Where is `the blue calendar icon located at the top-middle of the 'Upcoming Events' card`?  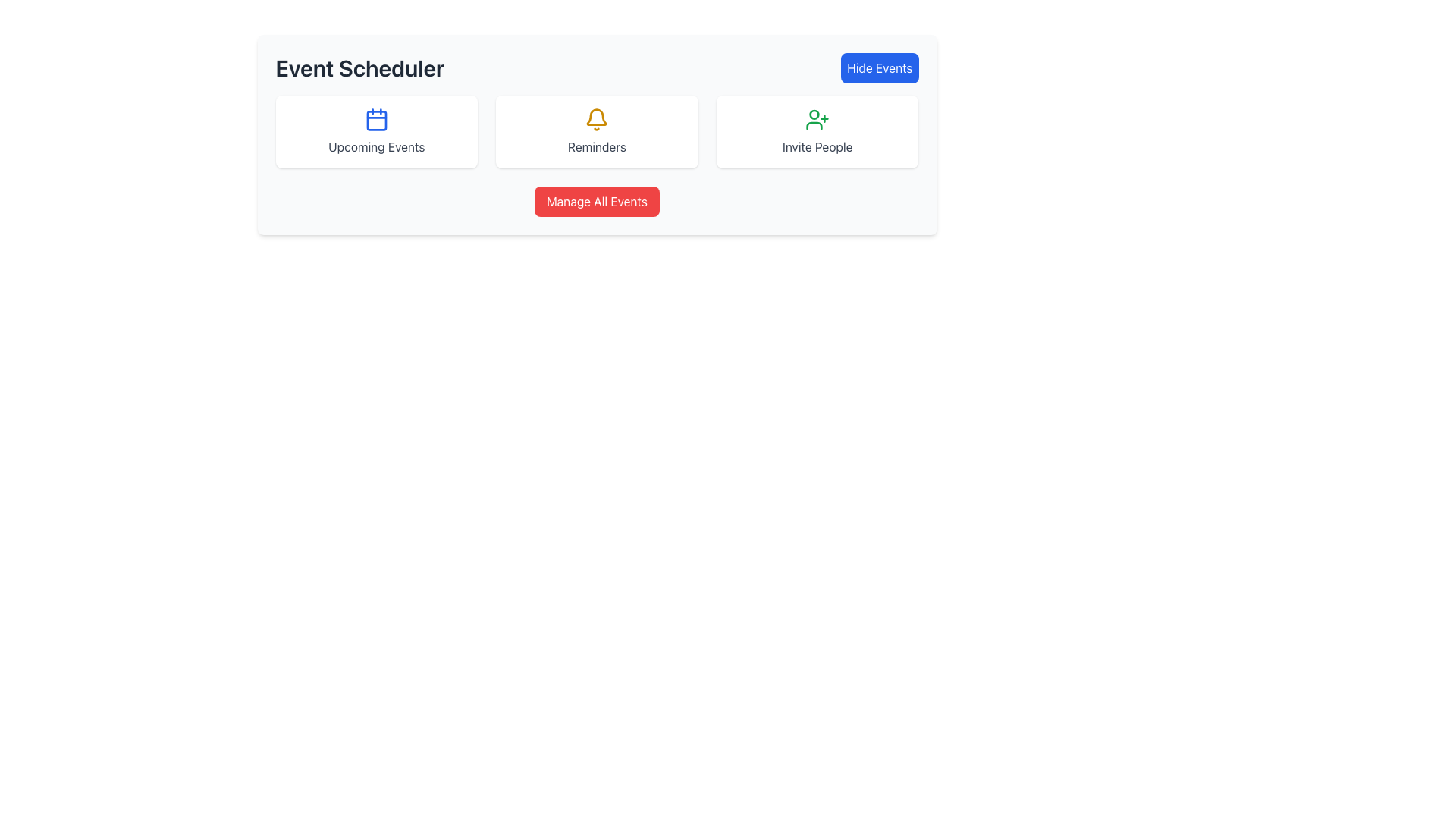
the blue calendar icon located at the top-middle of the 'Upcoming Events' card is located at coordinates (376, 119).